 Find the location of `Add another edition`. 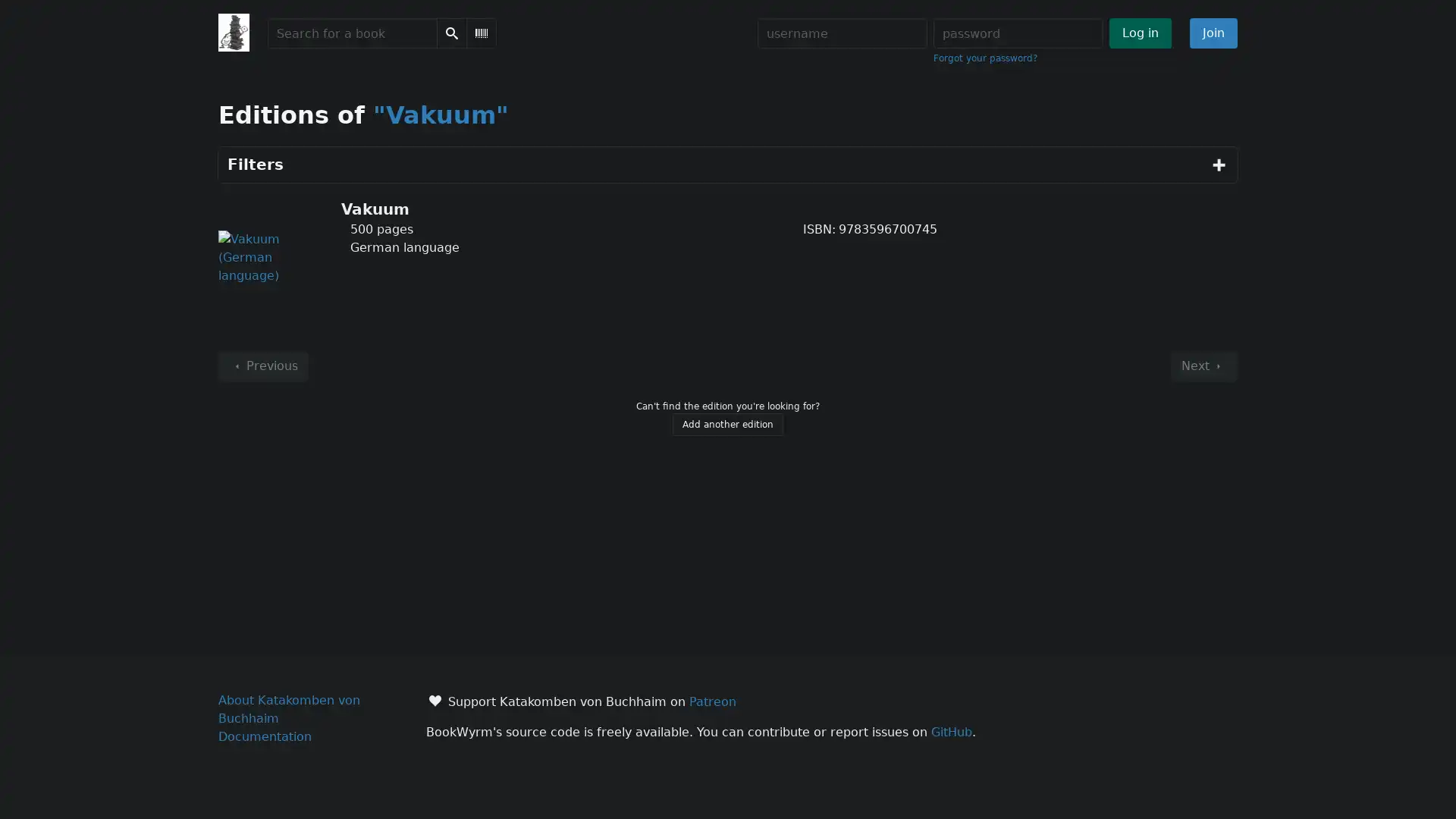

Add another edition is located at coordinates (728, 424).